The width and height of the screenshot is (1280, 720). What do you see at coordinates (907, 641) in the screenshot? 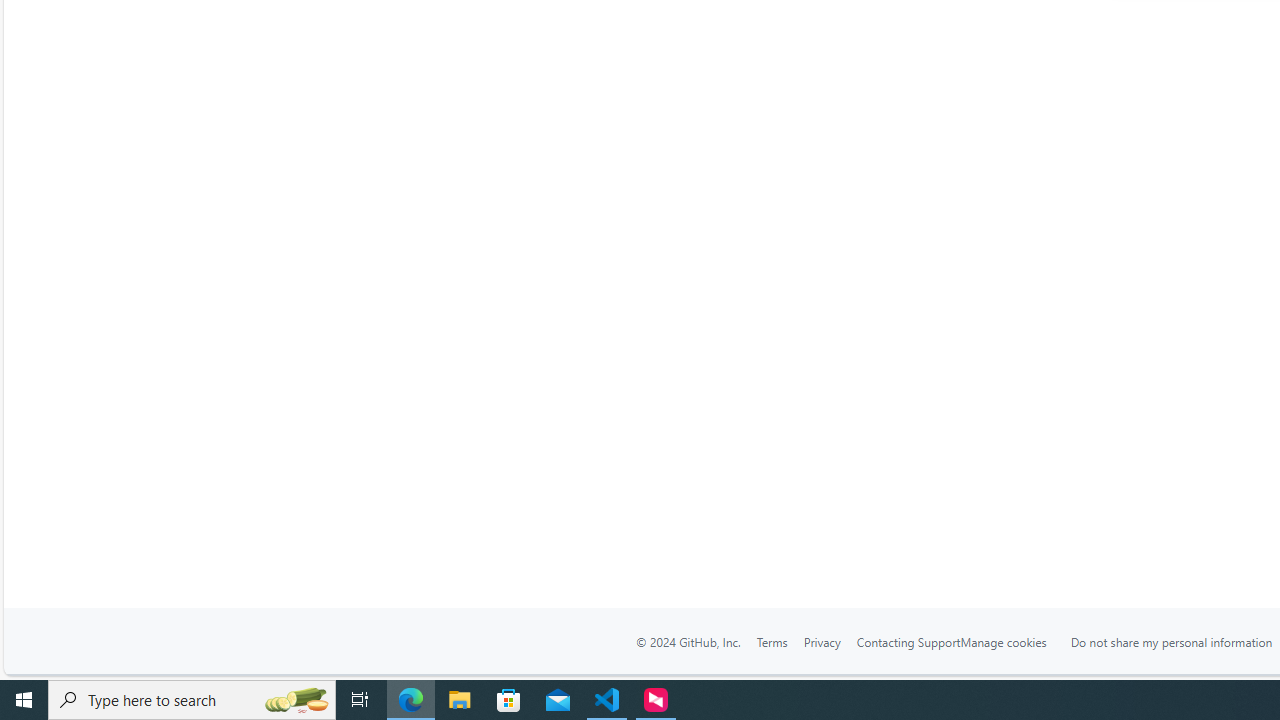
I see `'Contacting Support'` at bounding box center [907, 641].